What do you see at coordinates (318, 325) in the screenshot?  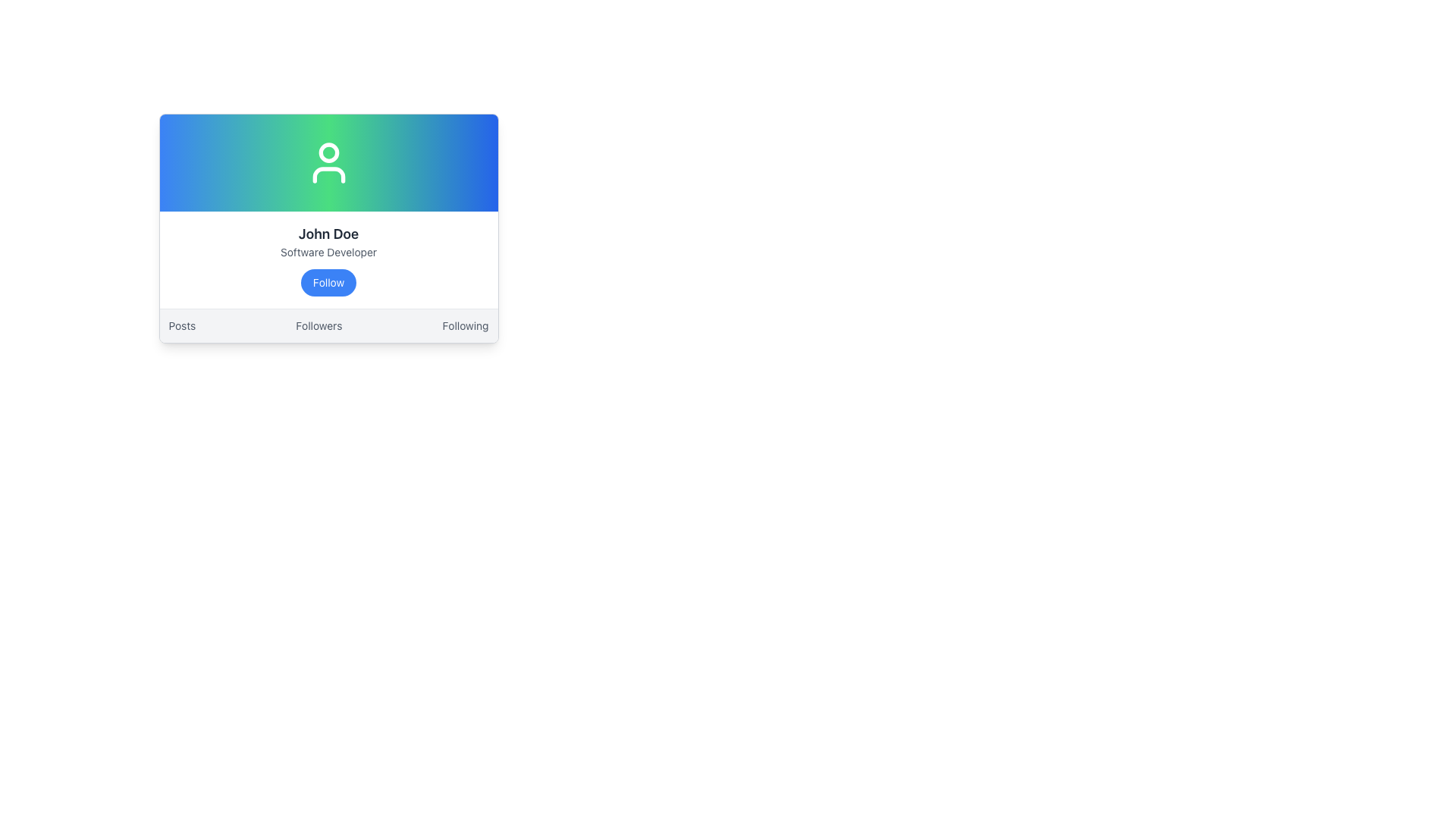 I see `the 'Followers' hyperlink in the navigation bar at the bottom of the profile card` at bounding box center [318, 325].